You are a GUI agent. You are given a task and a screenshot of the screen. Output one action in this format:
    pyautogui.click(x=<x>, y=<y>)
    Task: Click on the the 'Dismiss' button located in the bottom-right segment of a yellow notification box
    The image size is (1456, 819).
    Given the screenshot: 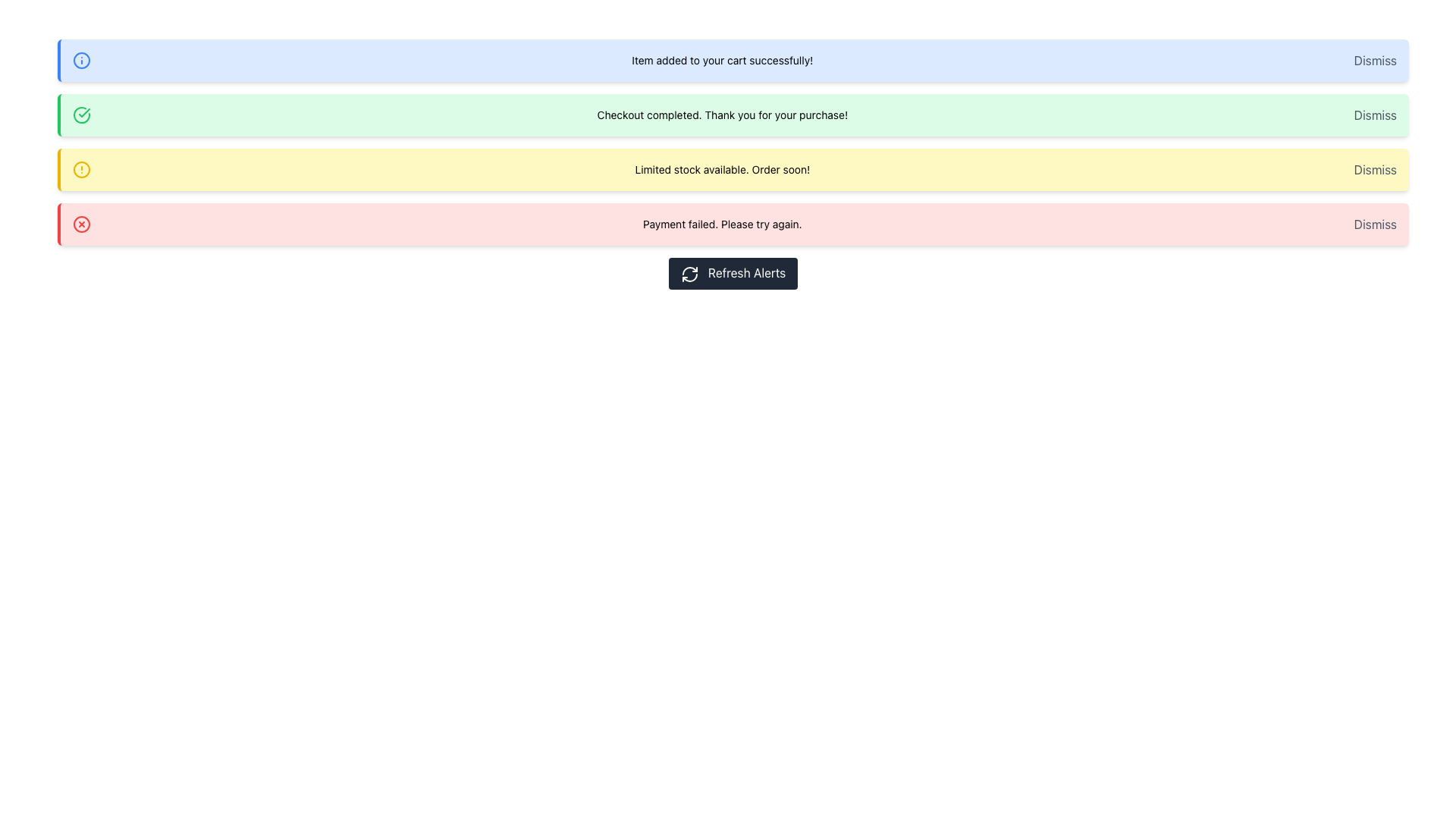 What is the action you would take?
    pyautogui.click(x=1375, y=169)
    